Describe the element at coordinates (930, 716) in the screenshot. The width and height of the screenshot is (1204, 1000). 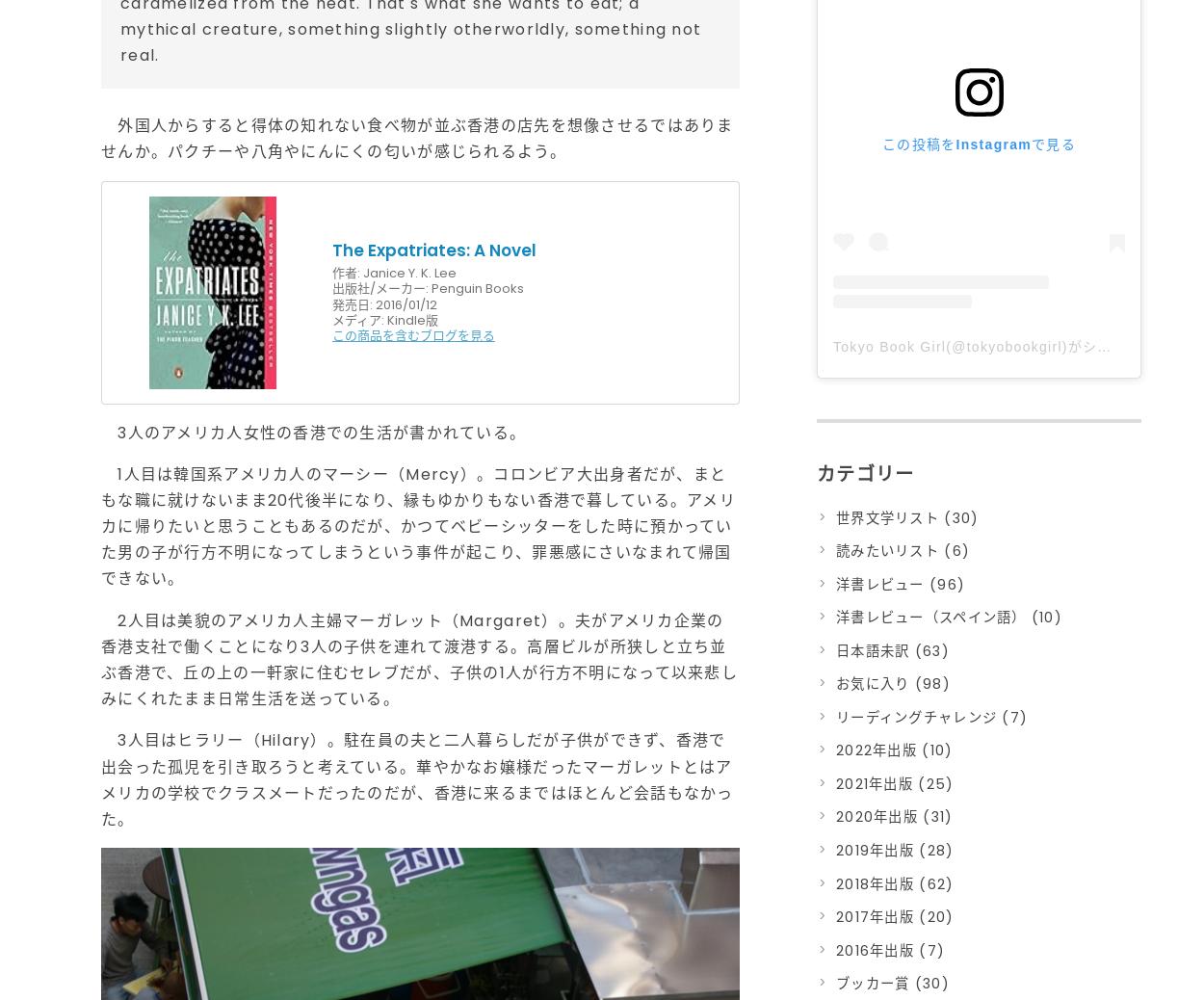
I see `'リーディングチャレンジ (7)'` at that location.